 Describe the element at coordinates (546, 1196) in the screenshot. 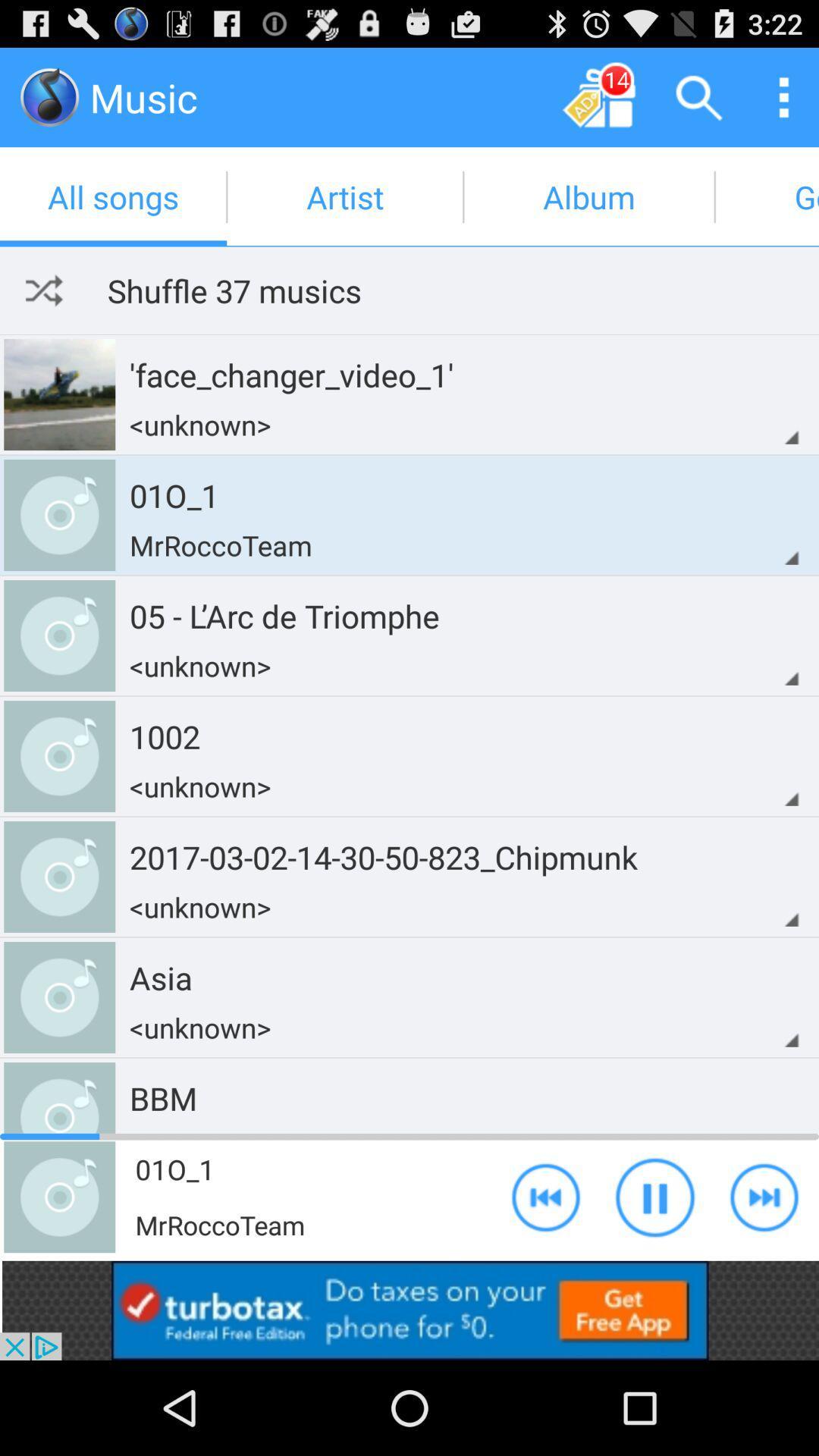

I see `rewind` at that location.